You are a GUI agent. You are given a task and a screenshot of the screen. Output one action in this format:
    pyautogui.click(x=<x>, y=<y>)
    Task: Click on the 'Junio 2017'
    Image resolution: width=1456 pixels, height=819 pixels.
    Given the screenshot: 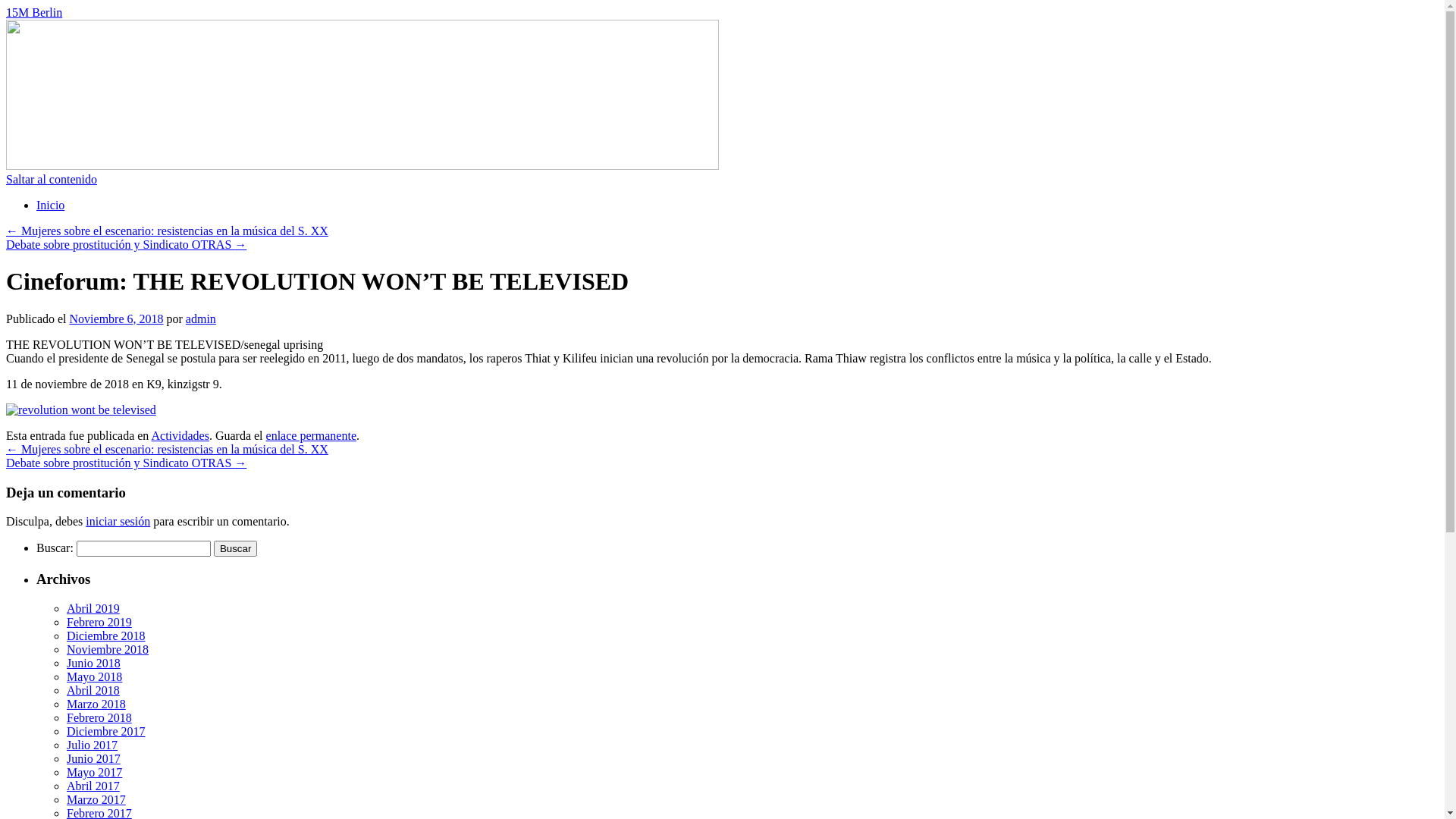 What is the action you would take?
    pyautogui.click(x=93, y=758)
    